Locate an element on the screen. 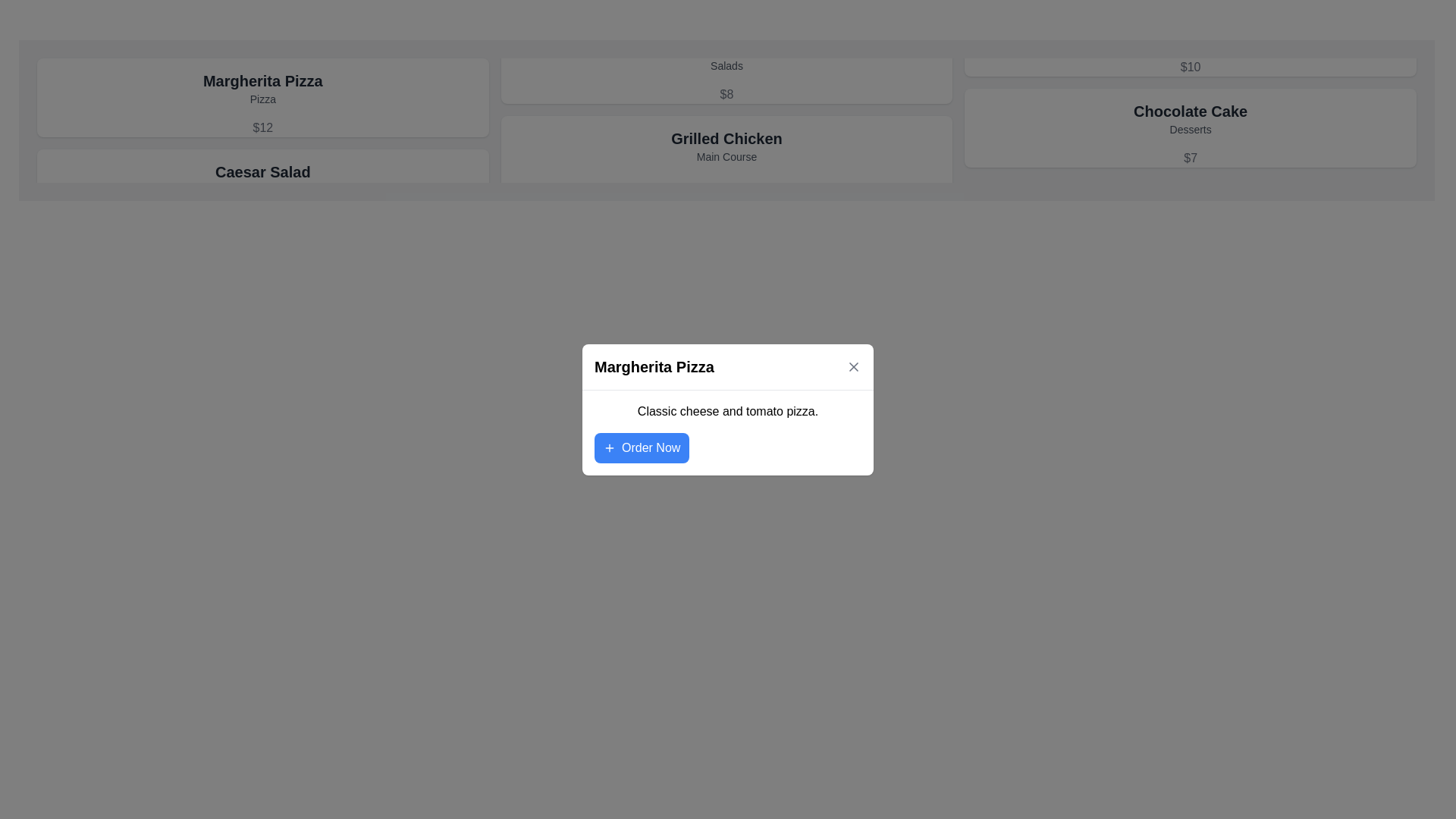 The height and width of the screenshot is (819, 1456). the text label reading 'Classic cheese and tomato pizza.' which is positioned below the heading 'Margherita Pizza' and above the 'Order Now' button in the pop-up box is located at coordinates (728, 411).